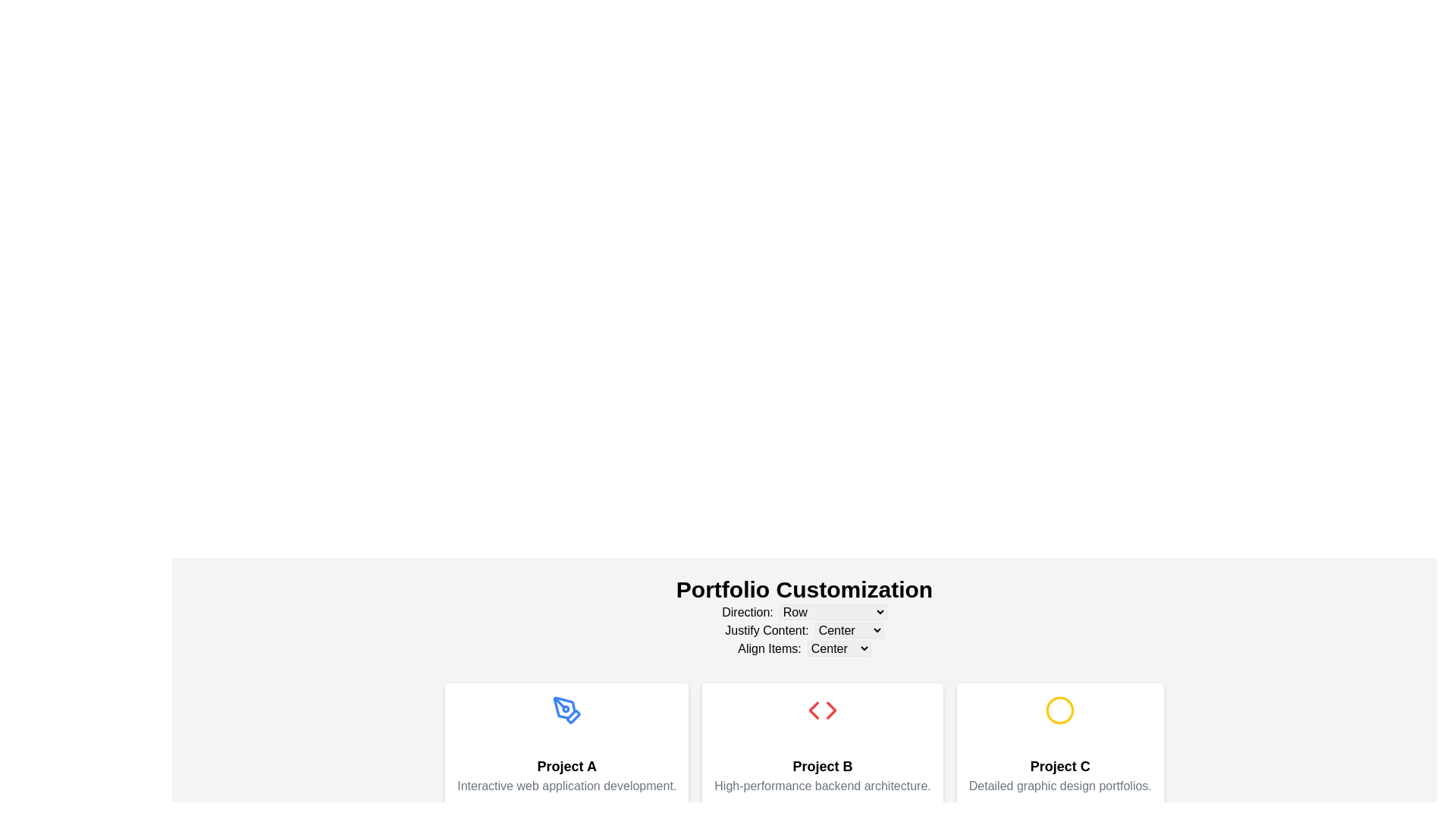 The image size is (1456, 819). What do you see at coordinates (1059, 745) in the screenshot?
I see `the Card component titled 'Project C'` at bounding box center [1059, 745].